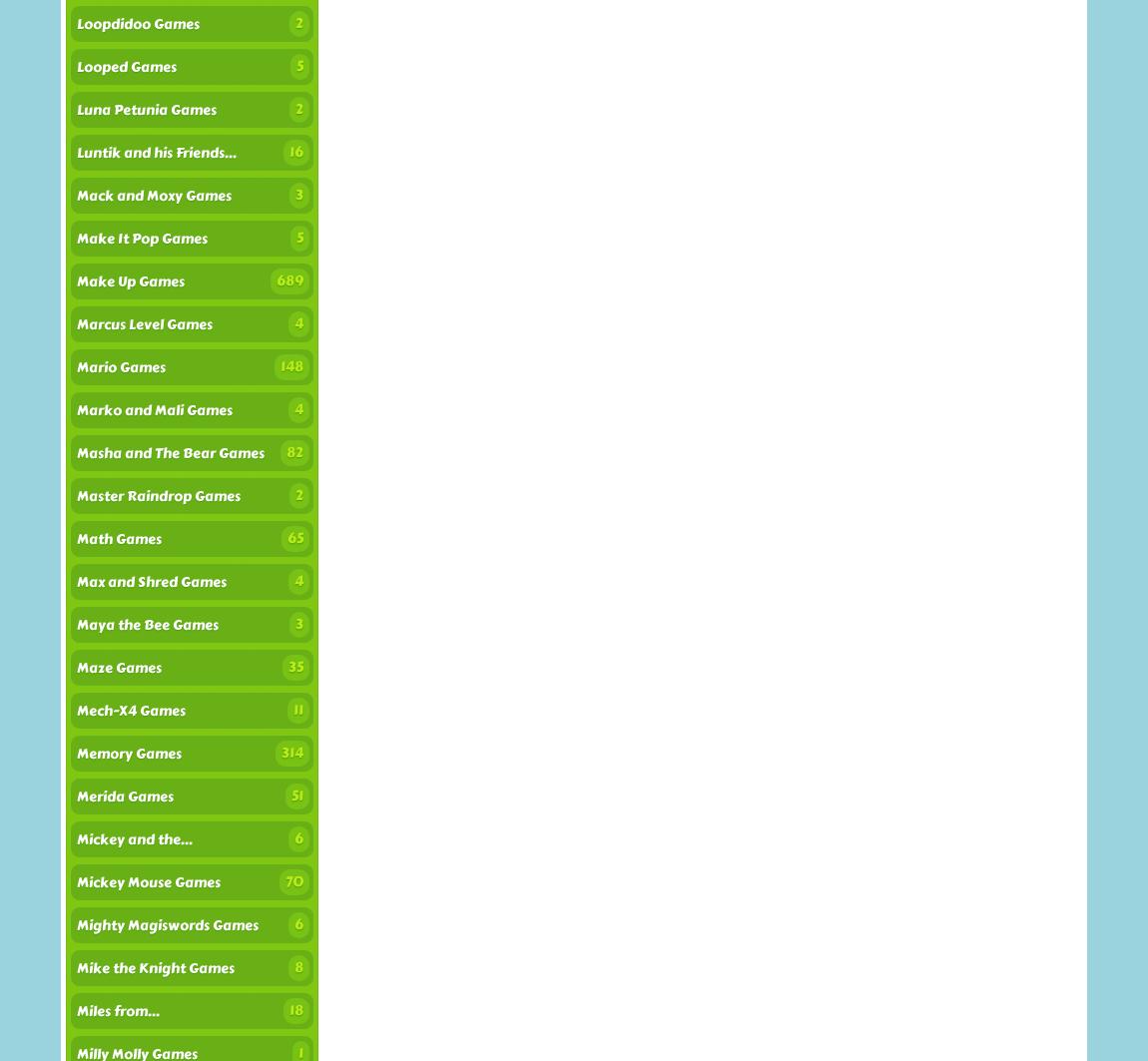  What do you see at coordinates (291, 366) in the screenshot?
I see `'148'` at bounding box center [291, 366].